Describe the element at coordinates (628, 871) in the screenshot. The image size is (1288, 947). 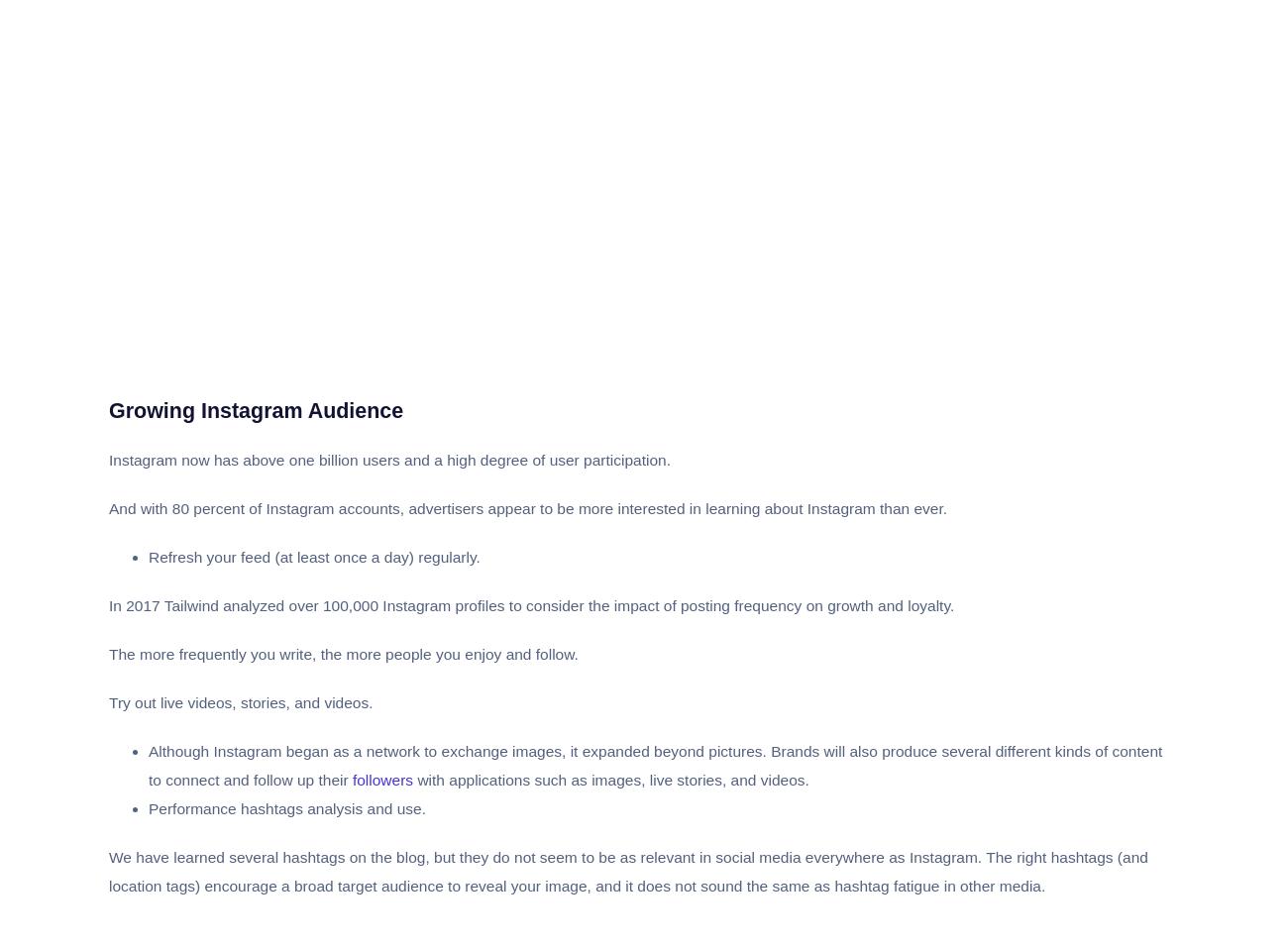
I see `'We have learned several hashtags on the blog, but they do not seem to be as relevant in social media everywhere as Instagram. The right hashtags (and location tags) encourage a broad target audience to reveal your image, and it does not sound the same as hashtag fatigue in other media.'` at that location.